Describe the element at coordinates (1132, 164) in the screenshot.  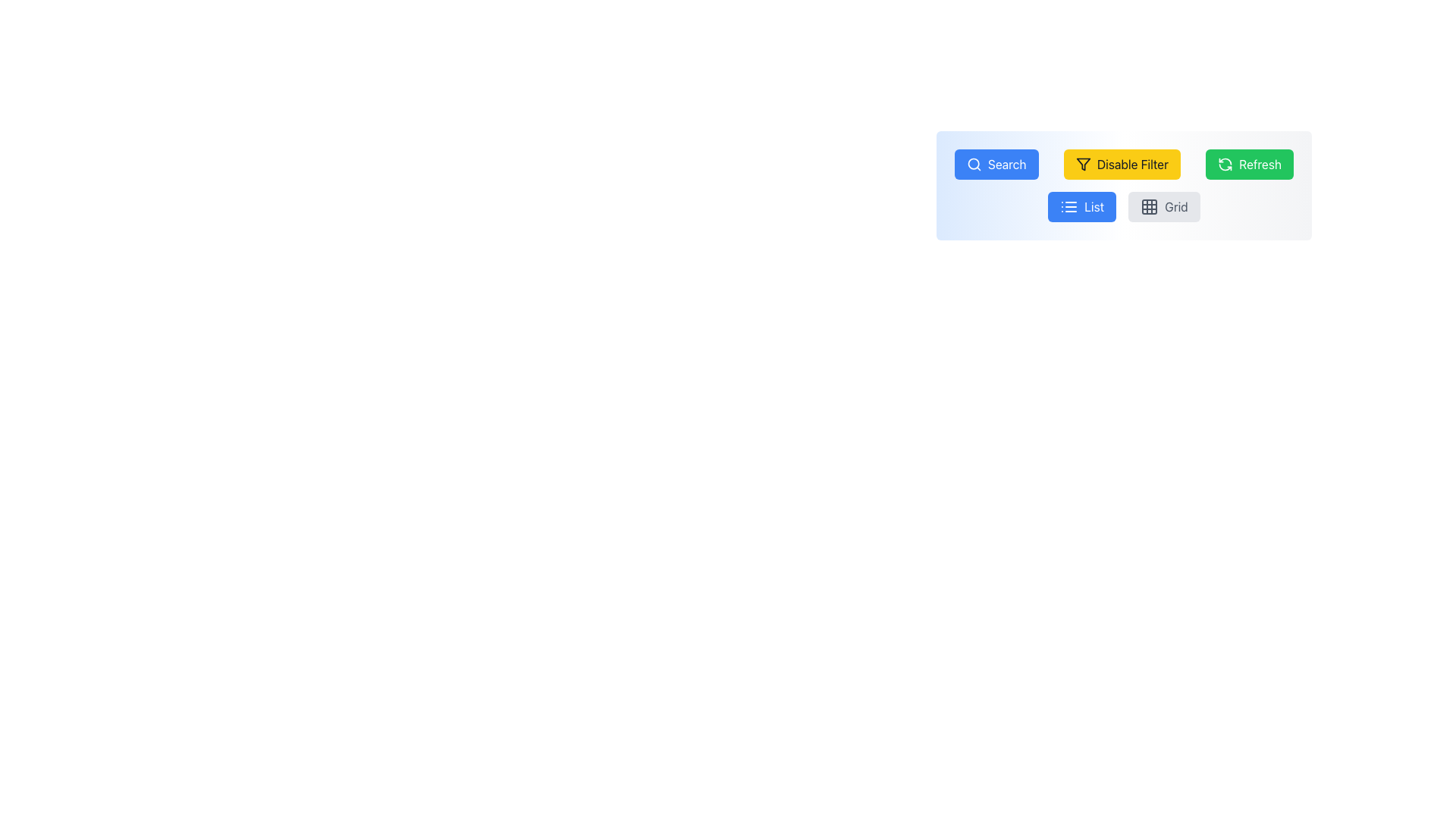
I see `the 'Disable Filter' button which contains the text in bold on a yellow background, located at the top-right corner of the interface` at that location.